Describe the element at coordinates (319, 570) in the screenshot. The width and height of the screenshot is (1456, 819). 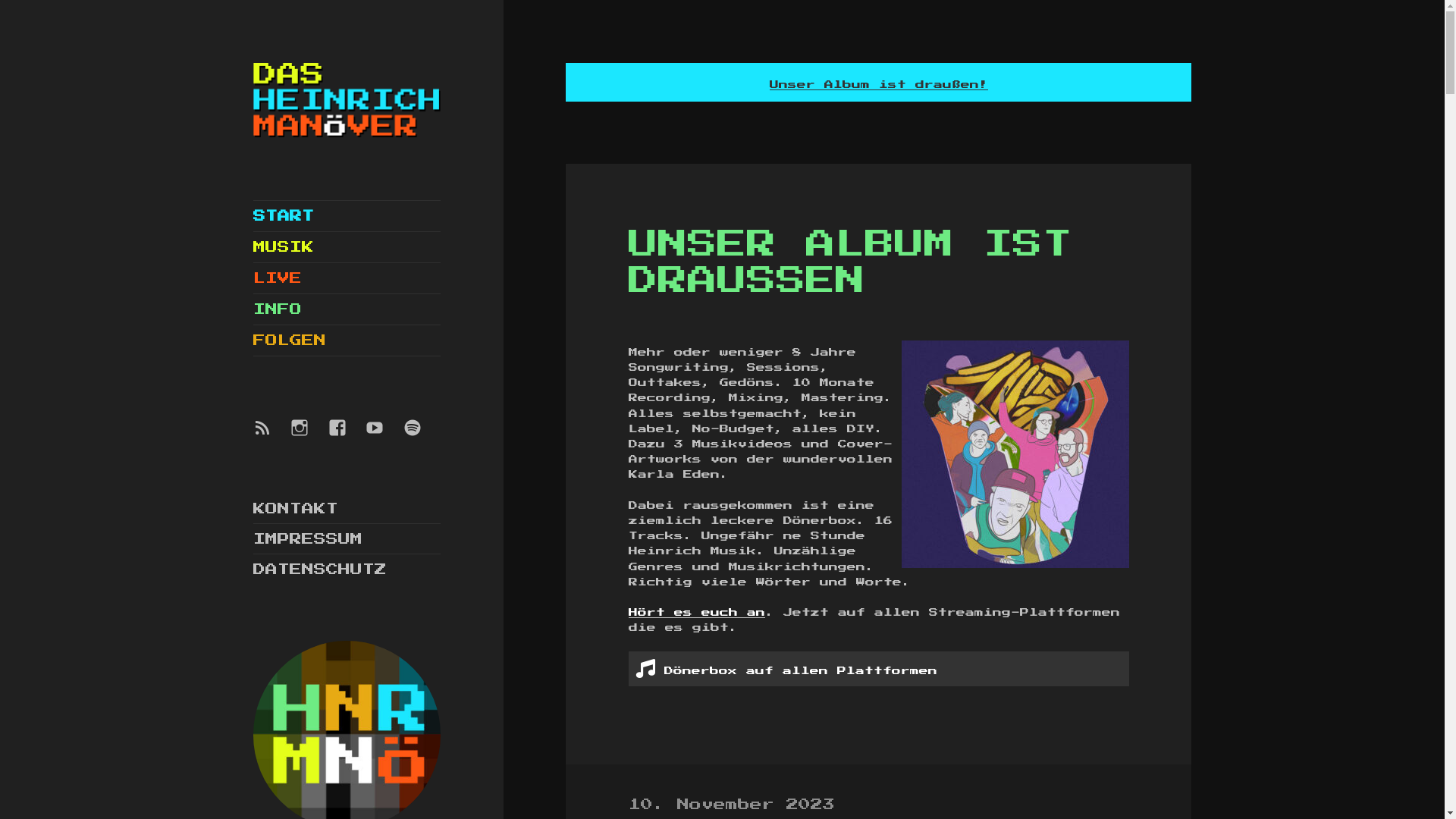
I see `'DATENSCHUTZ'` at that location.